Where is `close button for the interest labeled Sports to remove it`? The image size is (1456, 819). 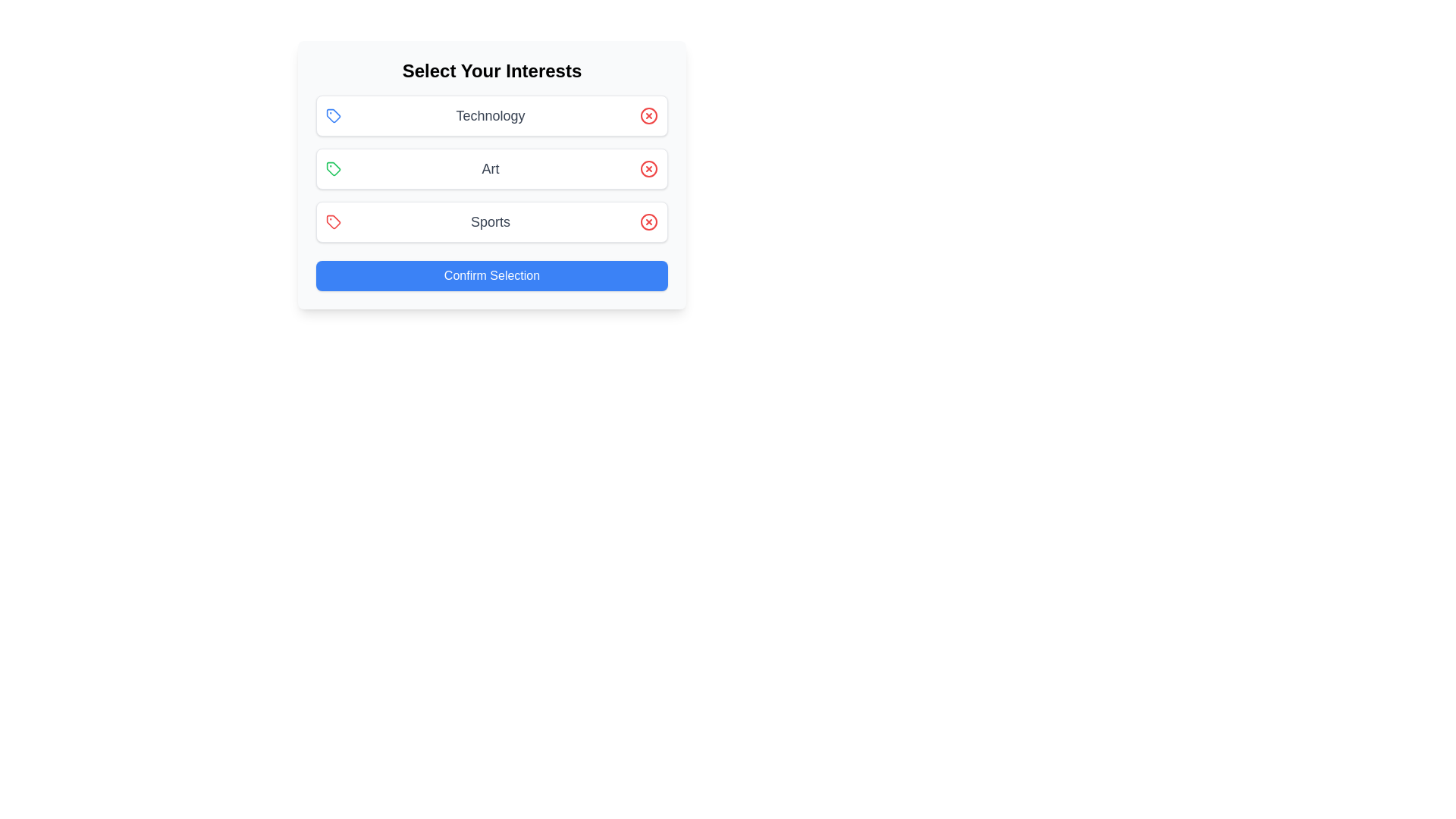 close button for the interest labeled Sports to remove it is located at coordinates (648, 222).